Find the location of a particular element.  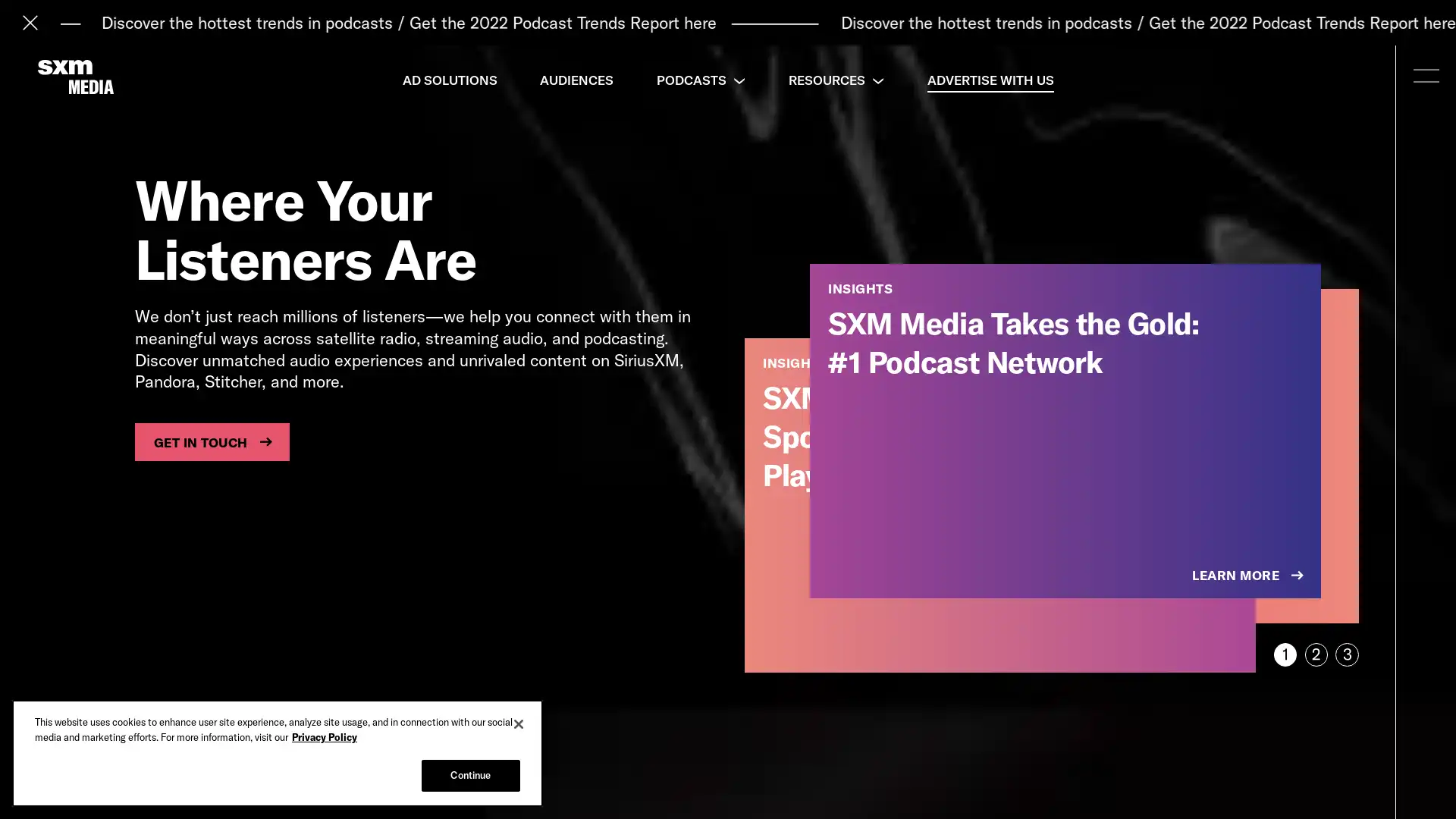

1 is located at coordinates (1284, 654).